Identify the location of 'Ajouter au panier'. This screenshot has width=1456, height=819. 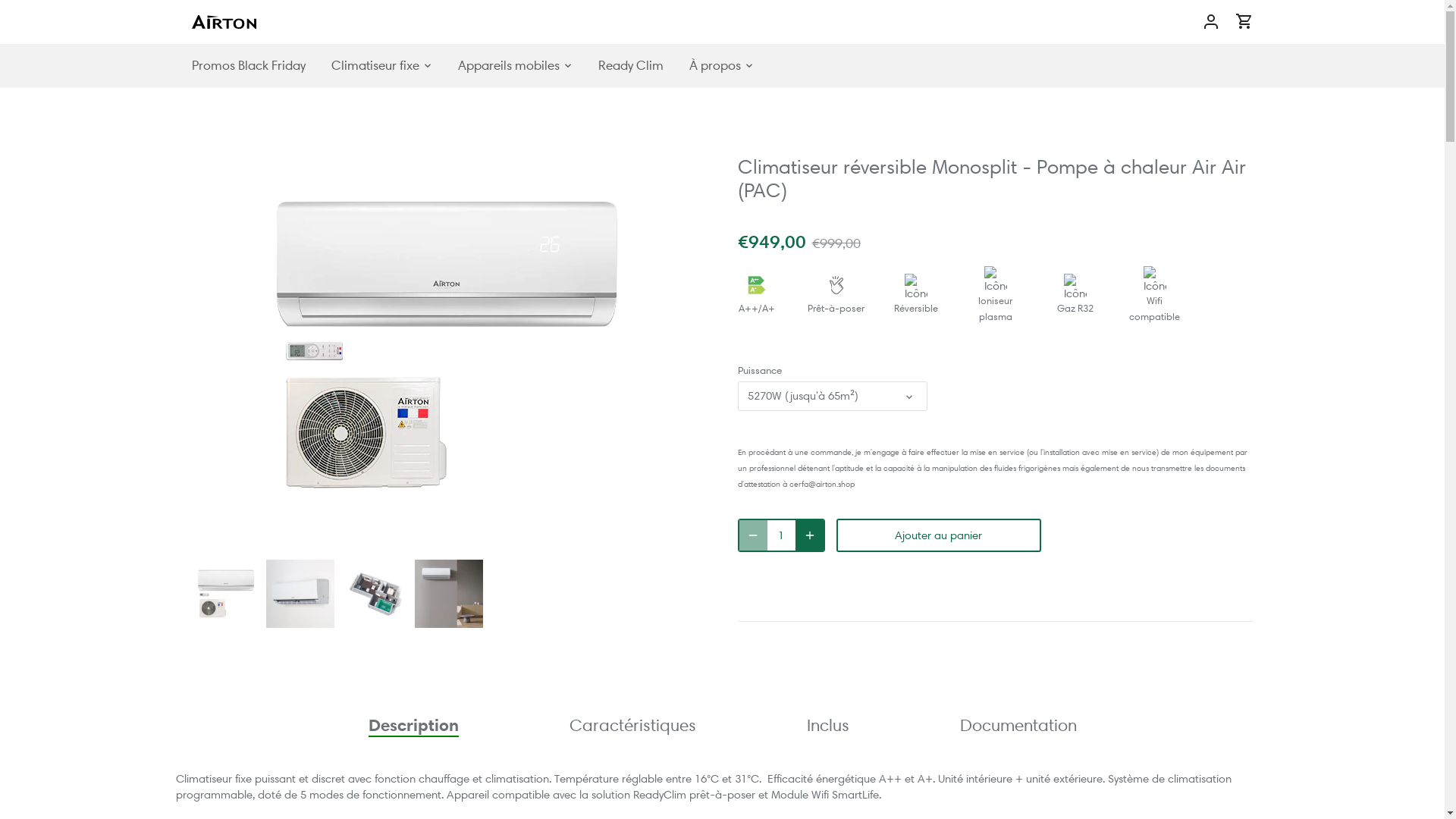
(835, 534).